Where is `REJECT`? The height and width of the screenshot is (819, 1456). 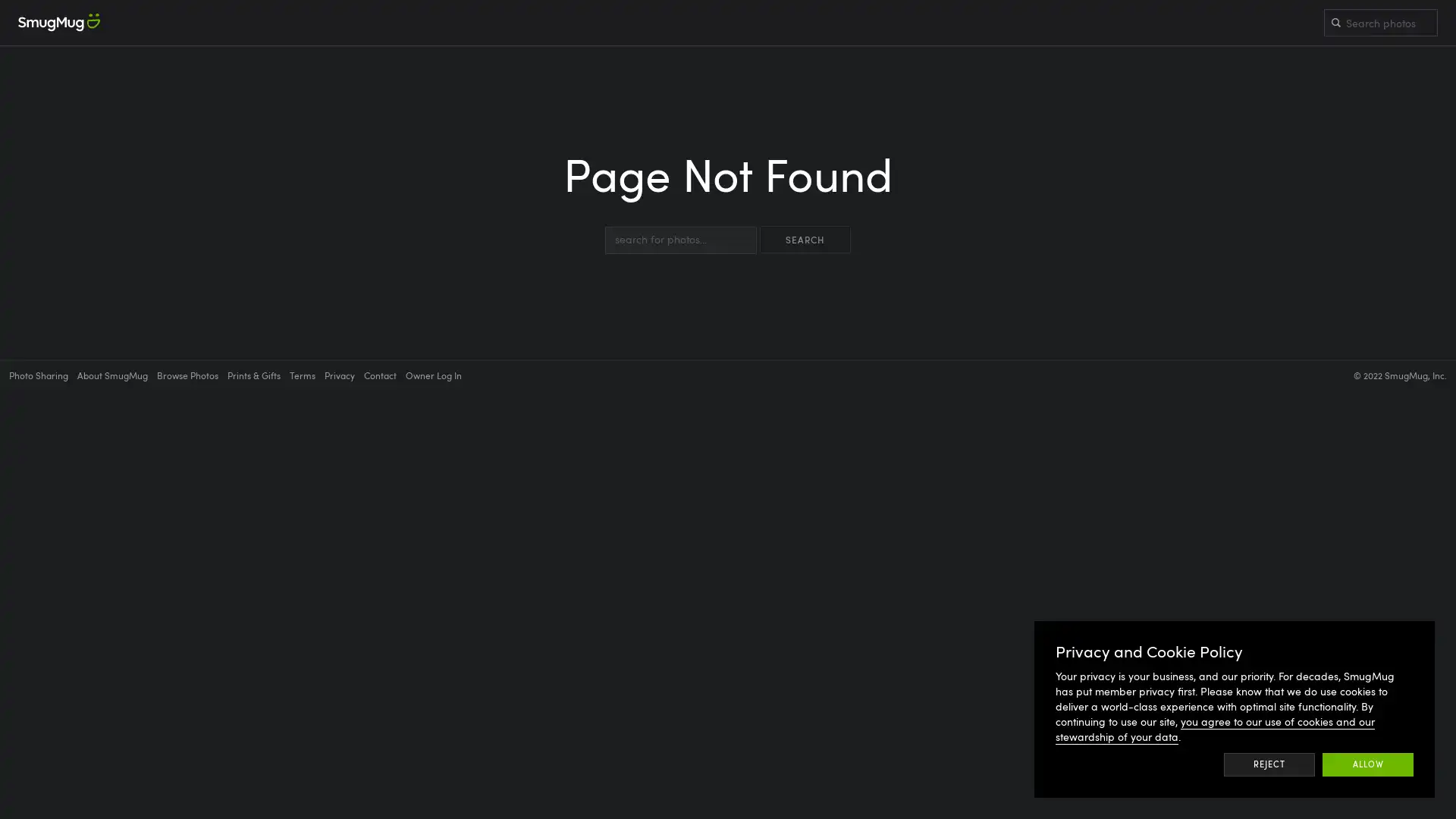 REJECT is located at coordinates (1269, 764).